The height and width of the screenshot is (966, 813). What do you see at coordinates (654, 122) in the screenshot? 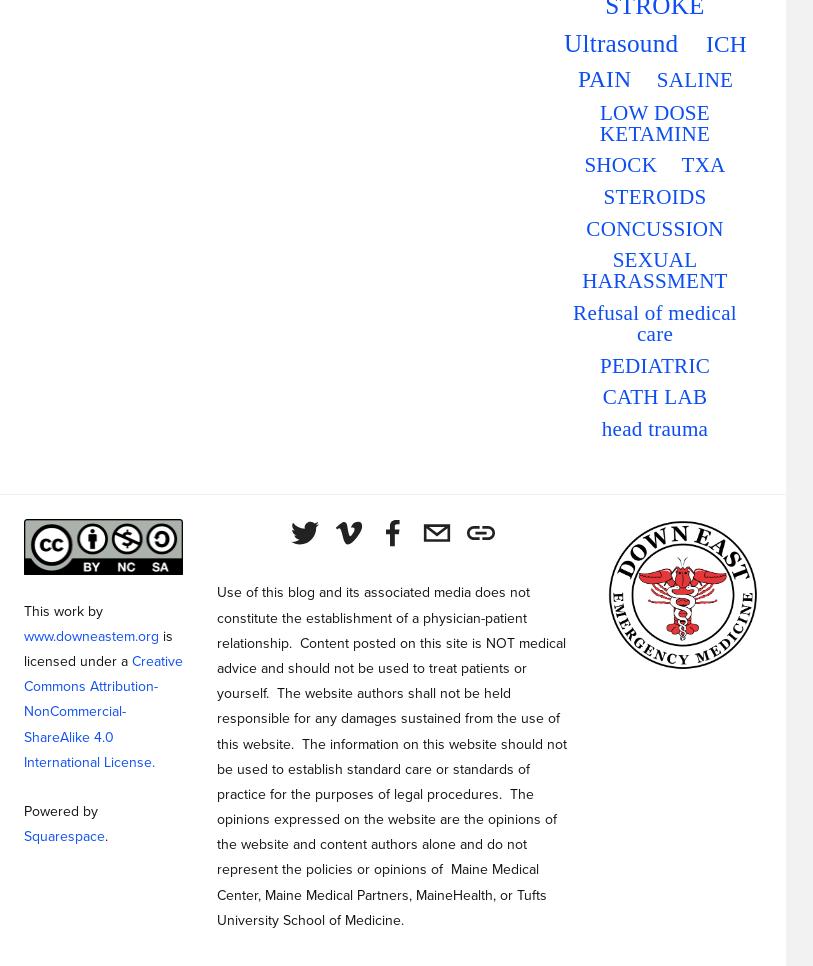
I see `'LOW DOSE KETAMINE'` at bounding box center [654, 122].